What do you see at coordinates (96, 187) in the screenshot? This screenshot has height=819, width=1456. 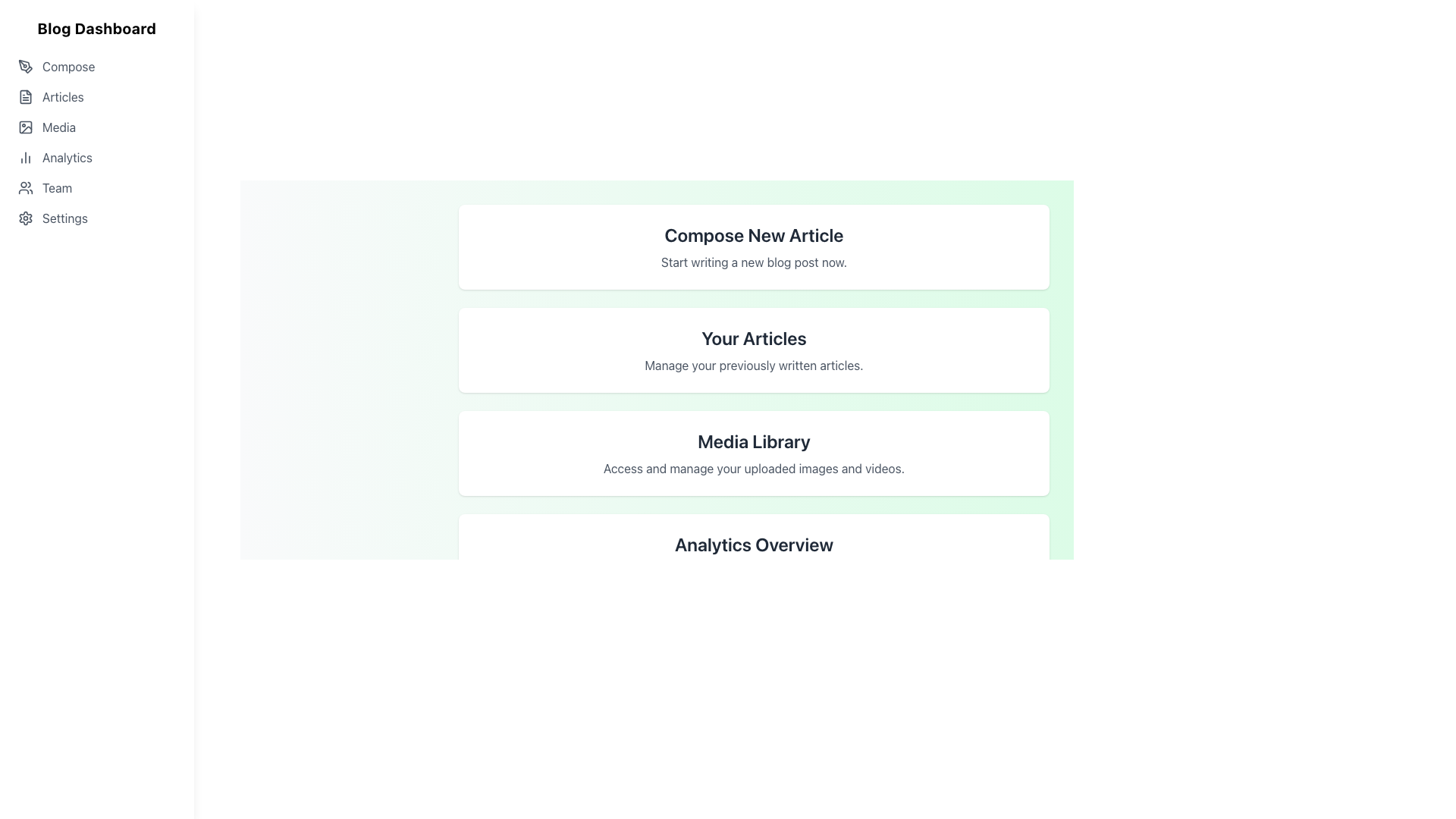 I see `the fifth menu item in the sidebar, which is a navigational link to the 'Team' section of the application, to change its appearance` at bounding box center [96, 187].